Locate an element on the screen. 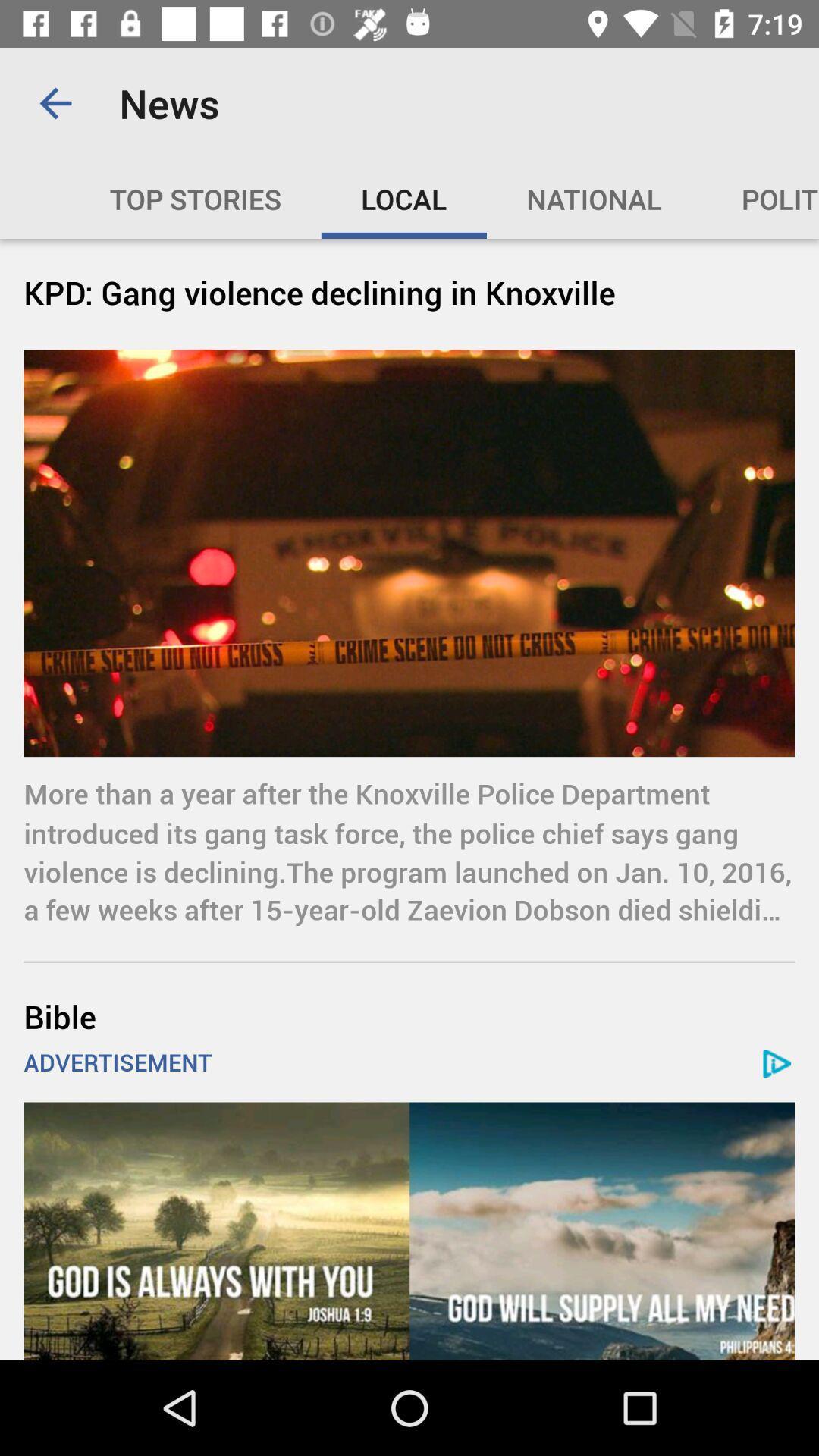 The image size is (819, 1456). icon to the left of the news app is located at coordinates (55, 102).